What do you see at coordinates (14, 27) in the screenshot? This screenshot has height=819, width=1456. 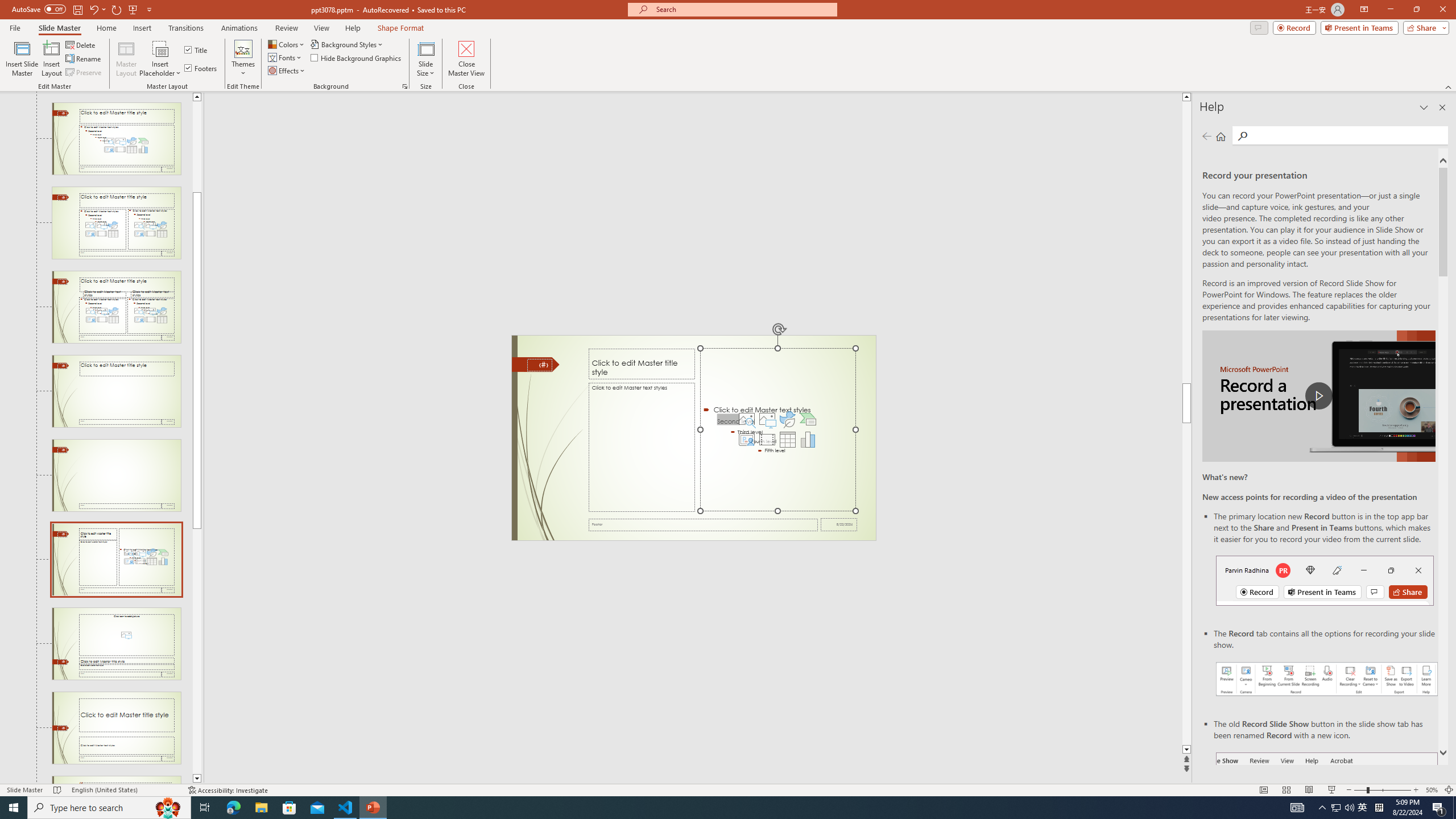 I see `'File Tab'` at bounding box center [14, 27].